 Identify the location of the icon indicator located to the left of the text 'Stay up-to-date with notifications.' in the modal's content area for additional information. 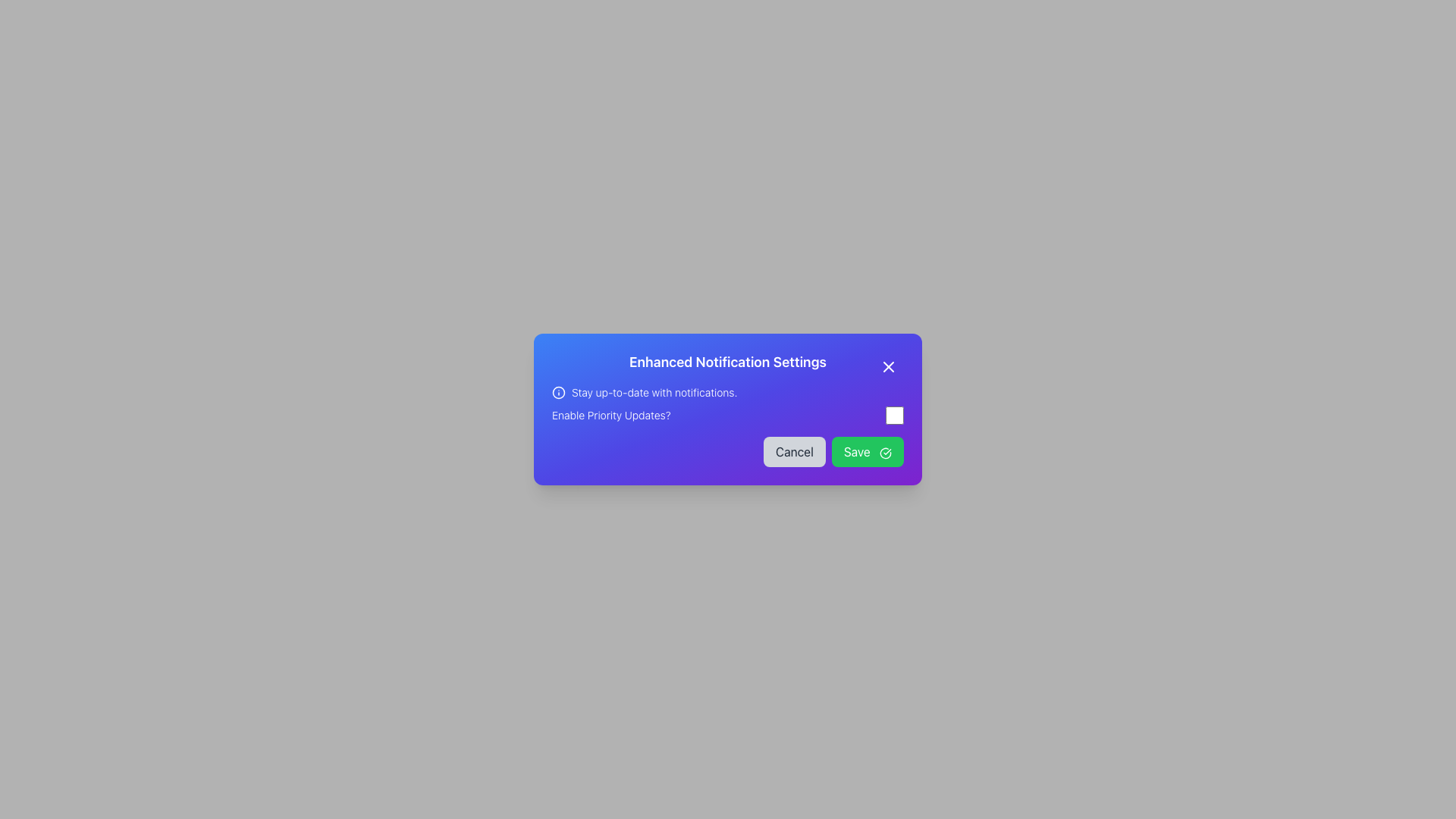
(558, 391).